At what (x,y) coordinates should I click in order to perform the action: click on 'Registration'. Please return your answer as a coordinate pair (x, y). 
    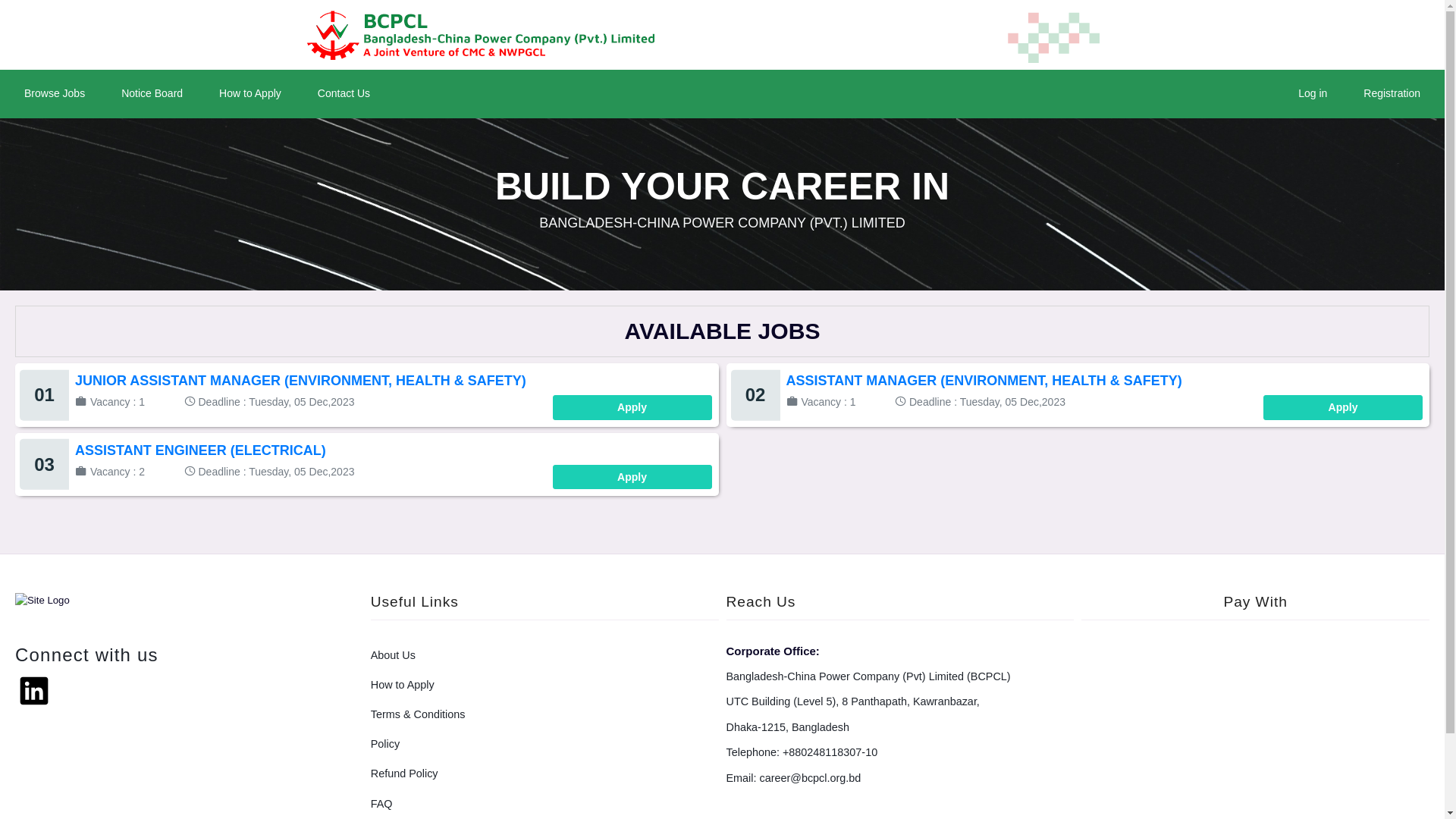
    Looking at the image, I should click on (1392, 93).